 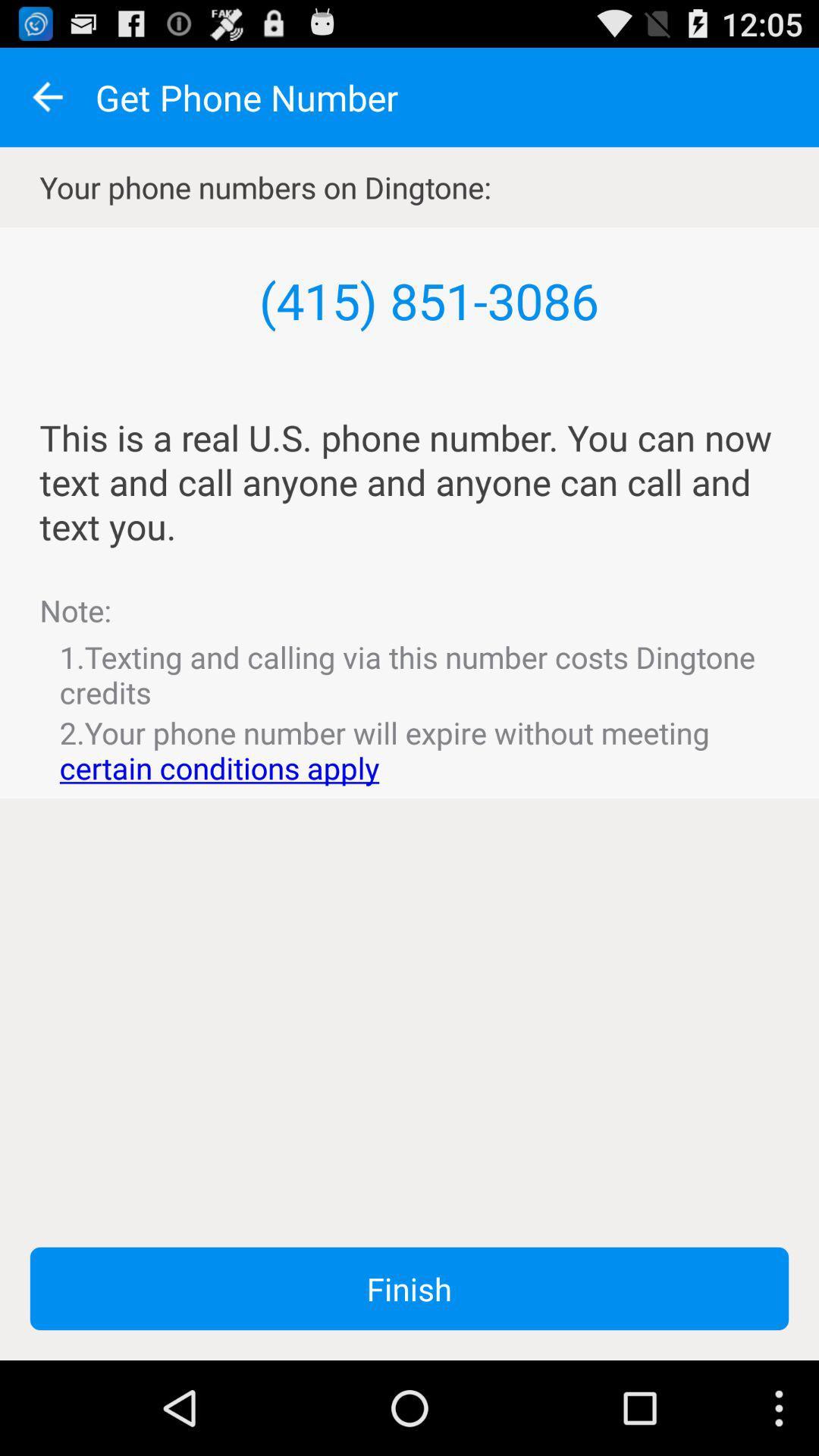 What do you see at coordinates (409, 1288) in the screenshot?
I see `the icon below the 2 your phone icon` at bounding box center [409, 1288].